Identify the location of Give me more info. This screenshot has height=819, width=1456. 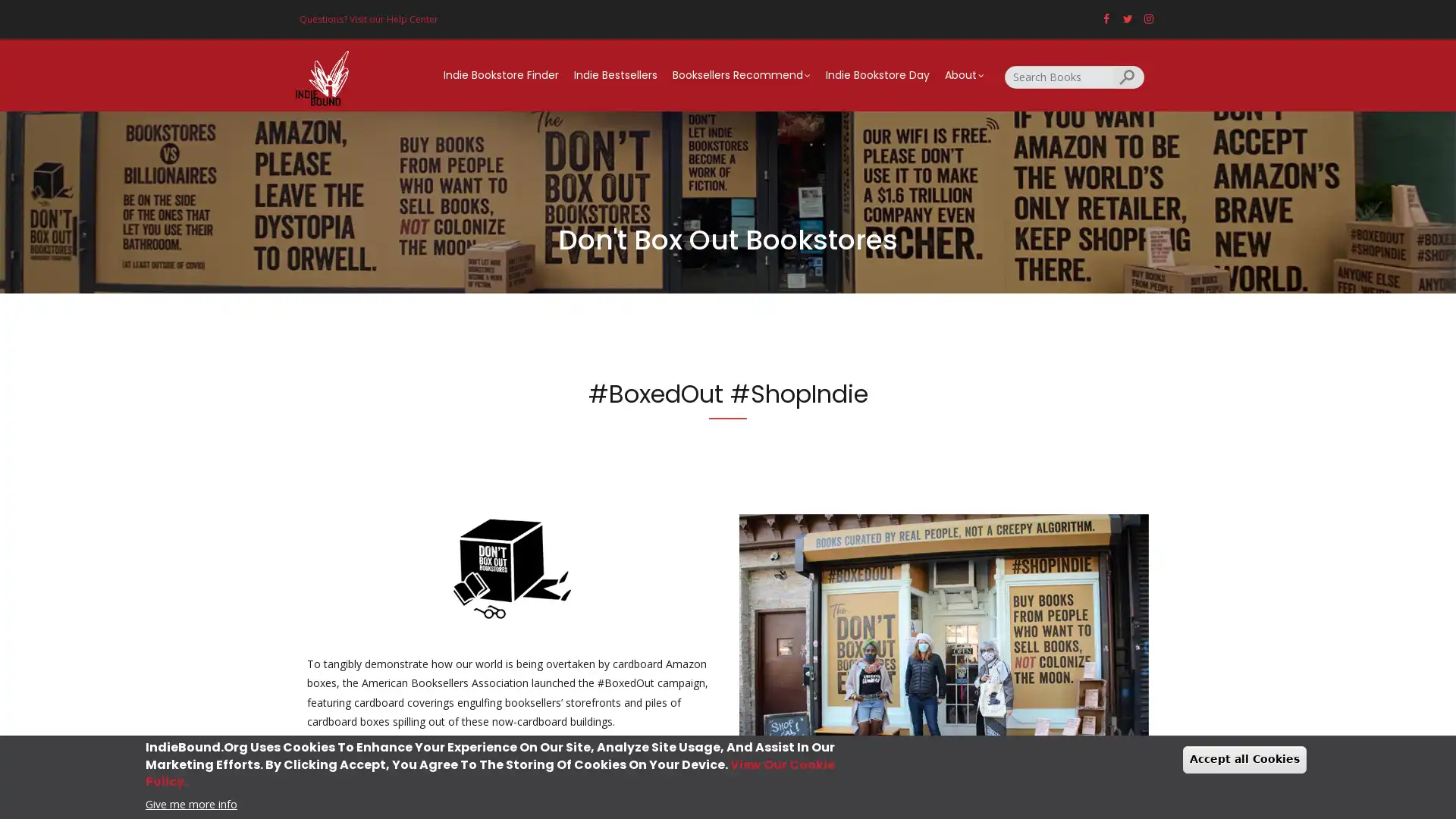
(190, 802).